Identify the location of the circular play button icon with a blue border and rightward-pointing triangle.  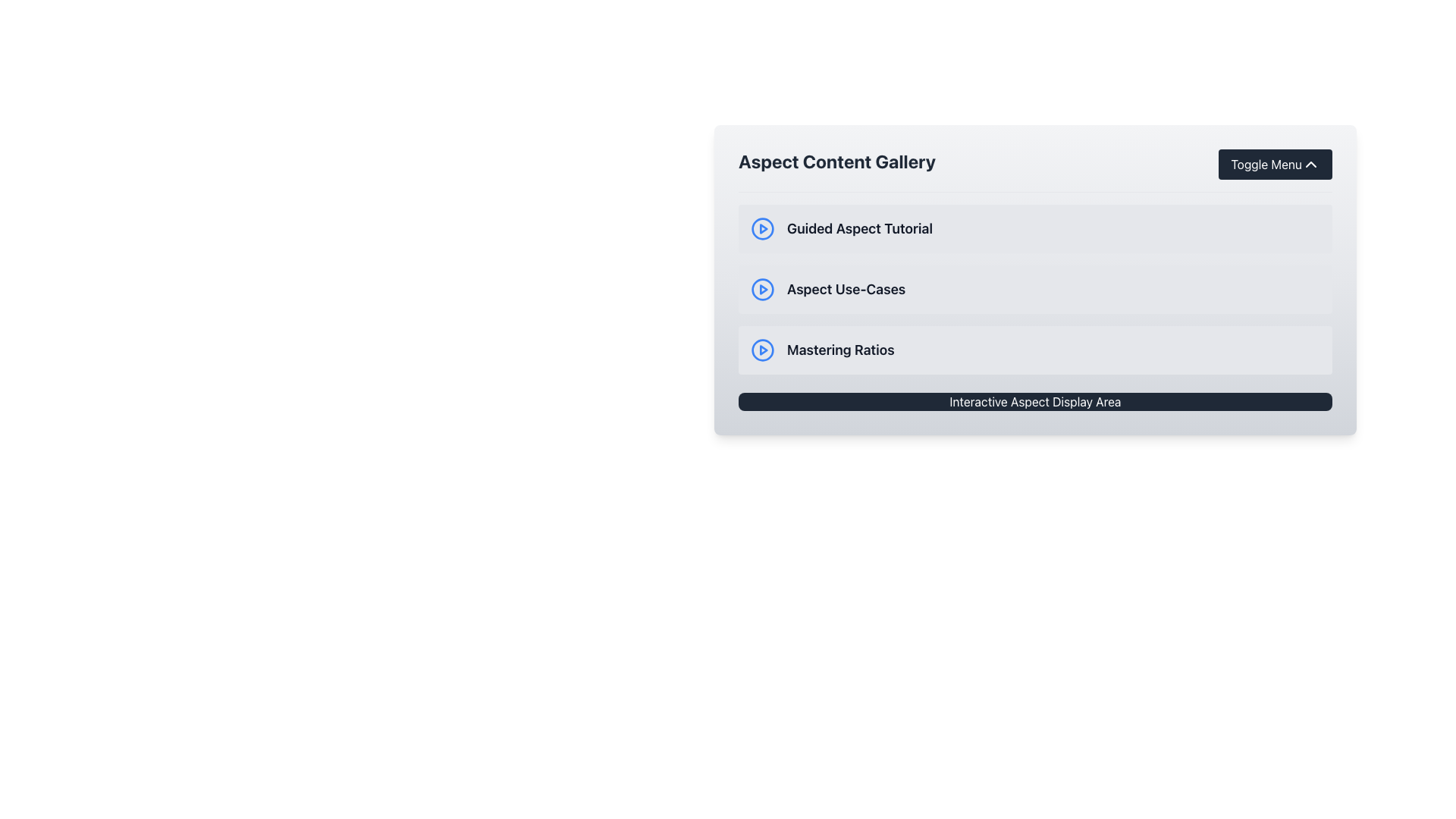
(763, 289).